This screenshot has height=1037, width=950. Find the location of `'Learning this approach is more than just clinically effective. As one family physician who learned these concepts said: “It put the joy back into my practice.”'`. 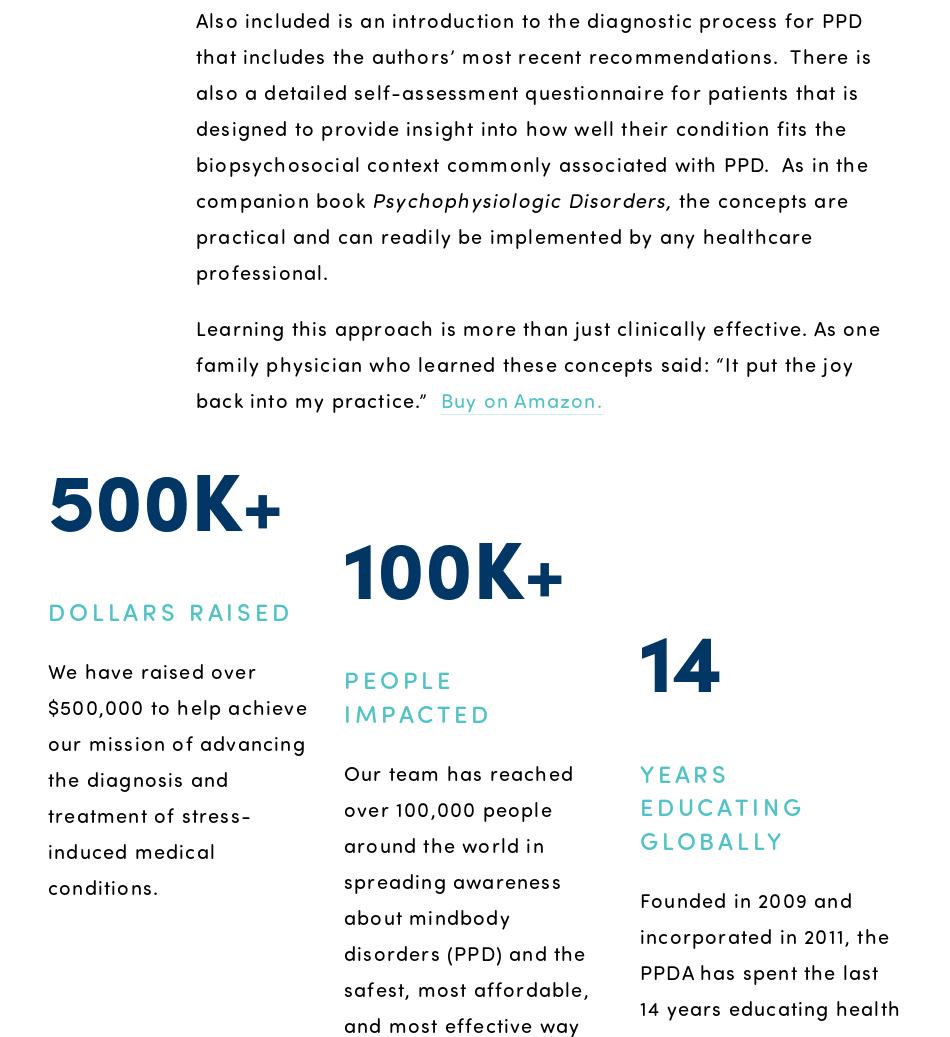

'Learning this approach is more than just clinically effective. As one family physician who learned these concepts said: “It put the joy back into my practice.”' is located at coordinates (541, 362).